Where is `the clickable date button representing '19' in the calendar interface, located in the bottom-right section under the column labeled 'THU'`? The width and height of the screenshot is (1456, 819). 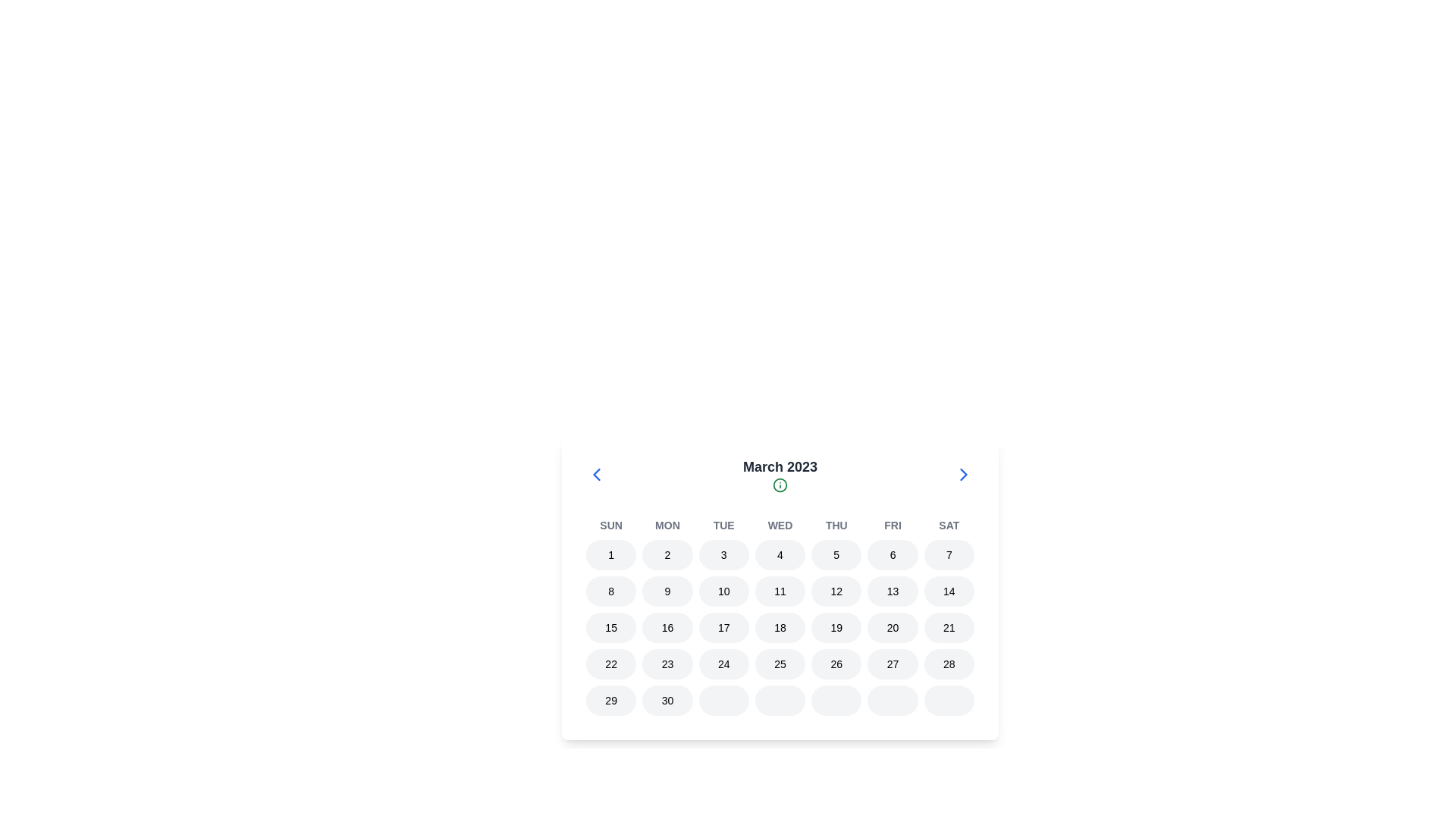 the clickable date button representing '19' in the calendar interface, located in the bottom-right section under the column labeled 'THU' is located at coordinates (836, 628).